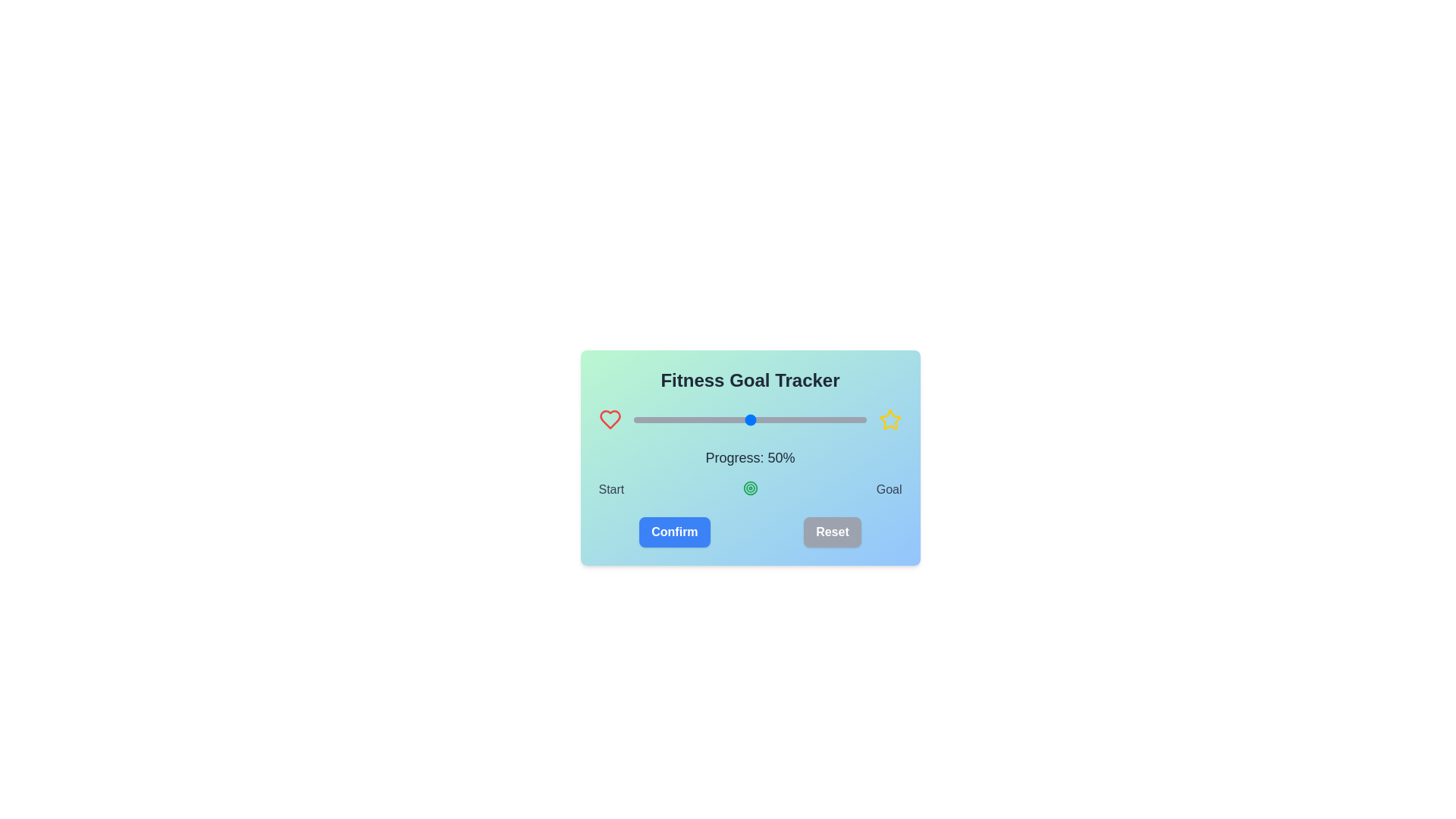 This screenshot has width=1456, height=819. What do you see at coordinates (654, 420) in the screenshot?
I see `the slider to set progress to 9%` at bounding box center [654, 420].